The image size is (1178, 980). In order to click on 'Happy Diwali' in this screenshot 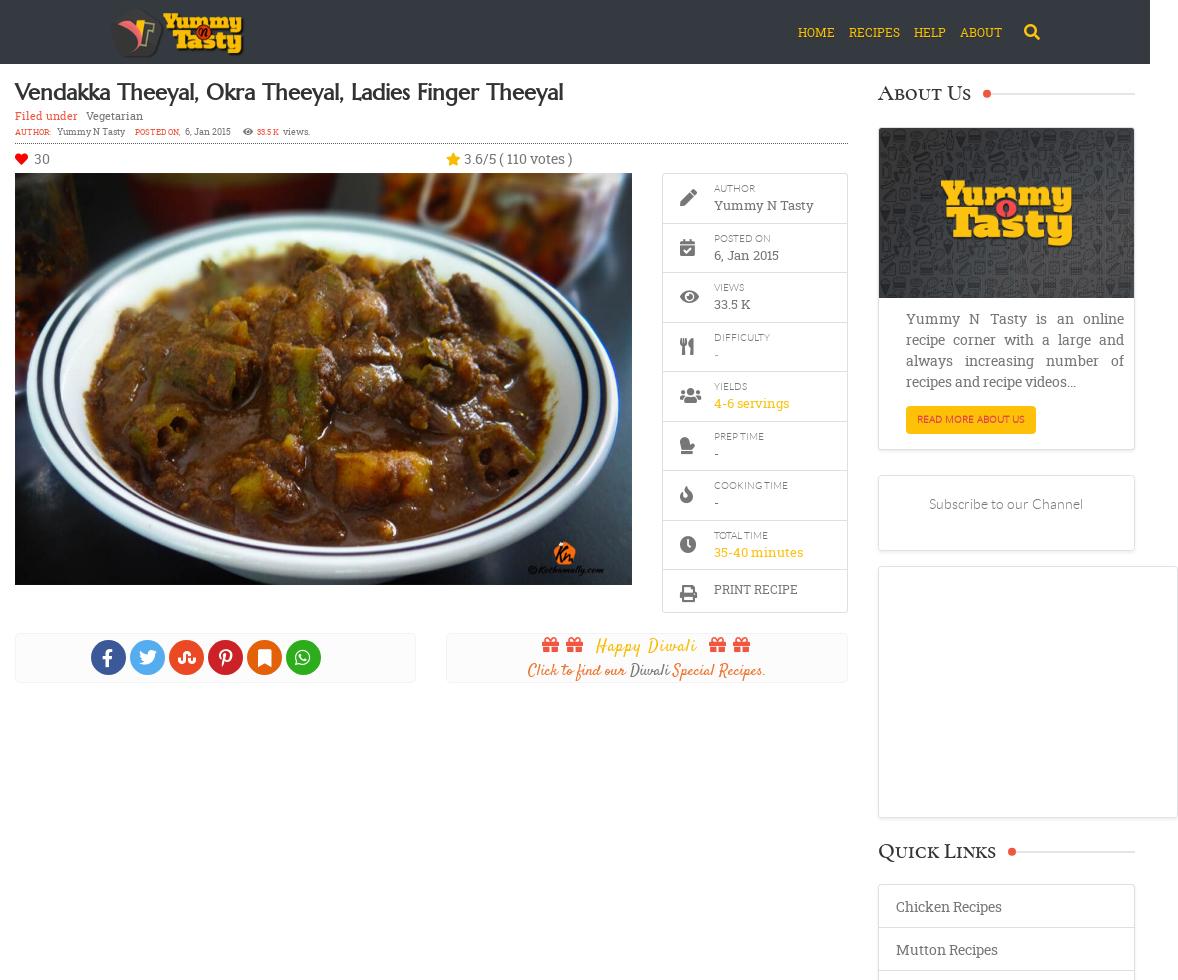, I will do `click(645, 647)`.